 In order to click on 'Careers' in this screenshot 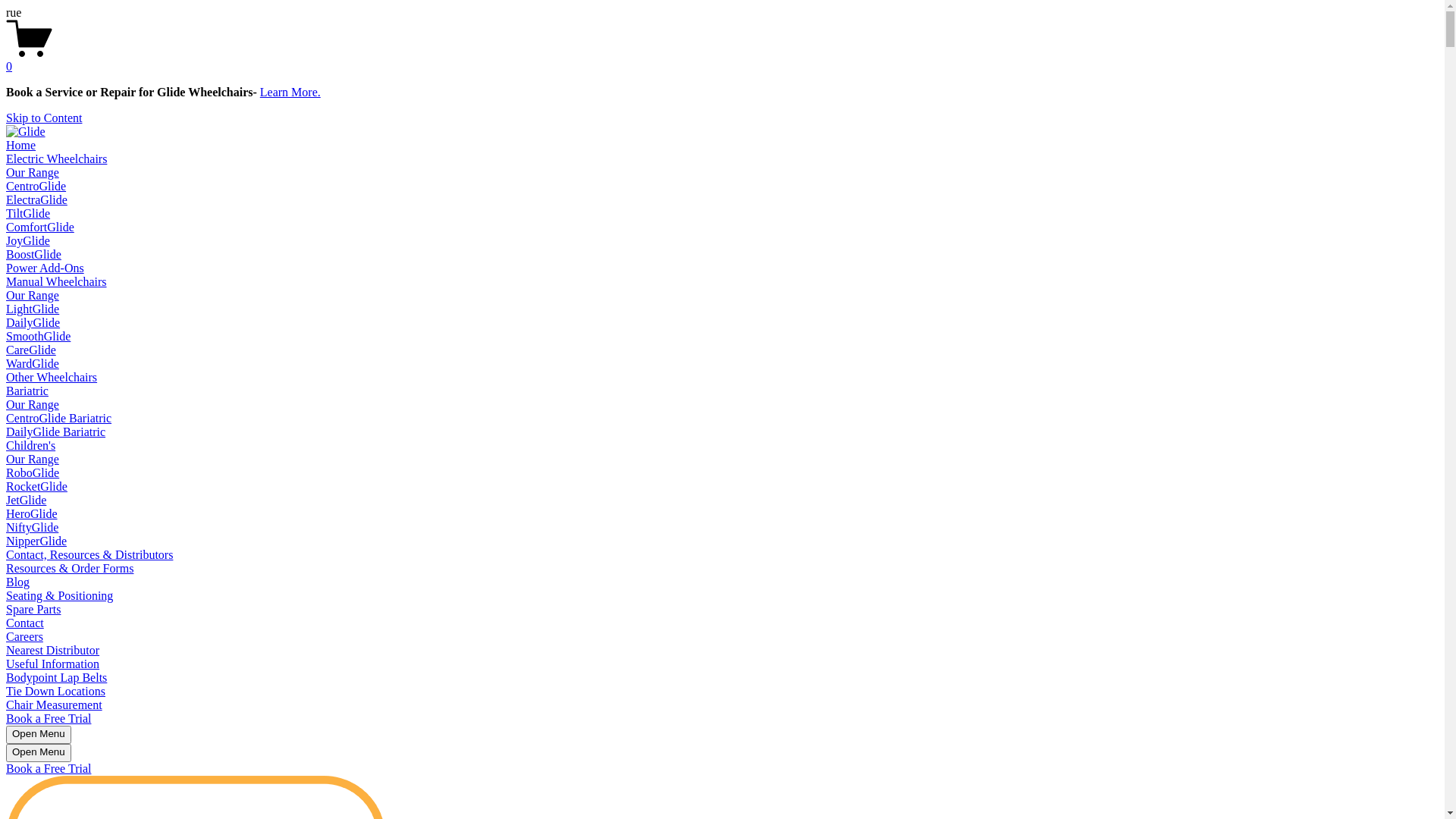, I will do `click(24, 636)`.